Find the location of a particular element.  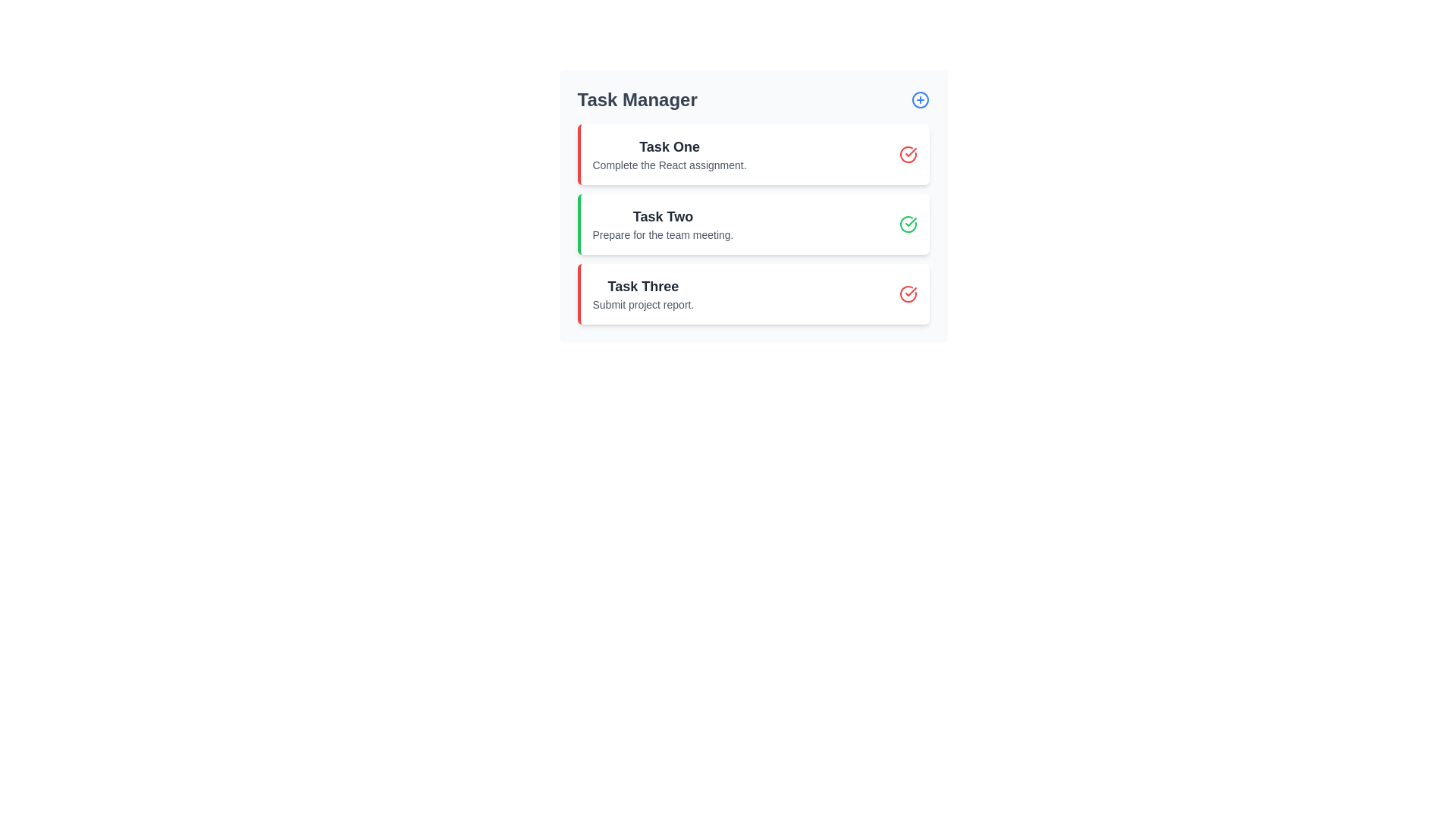

the text display showing 'Task Two' is located at coordinates (663, 224).